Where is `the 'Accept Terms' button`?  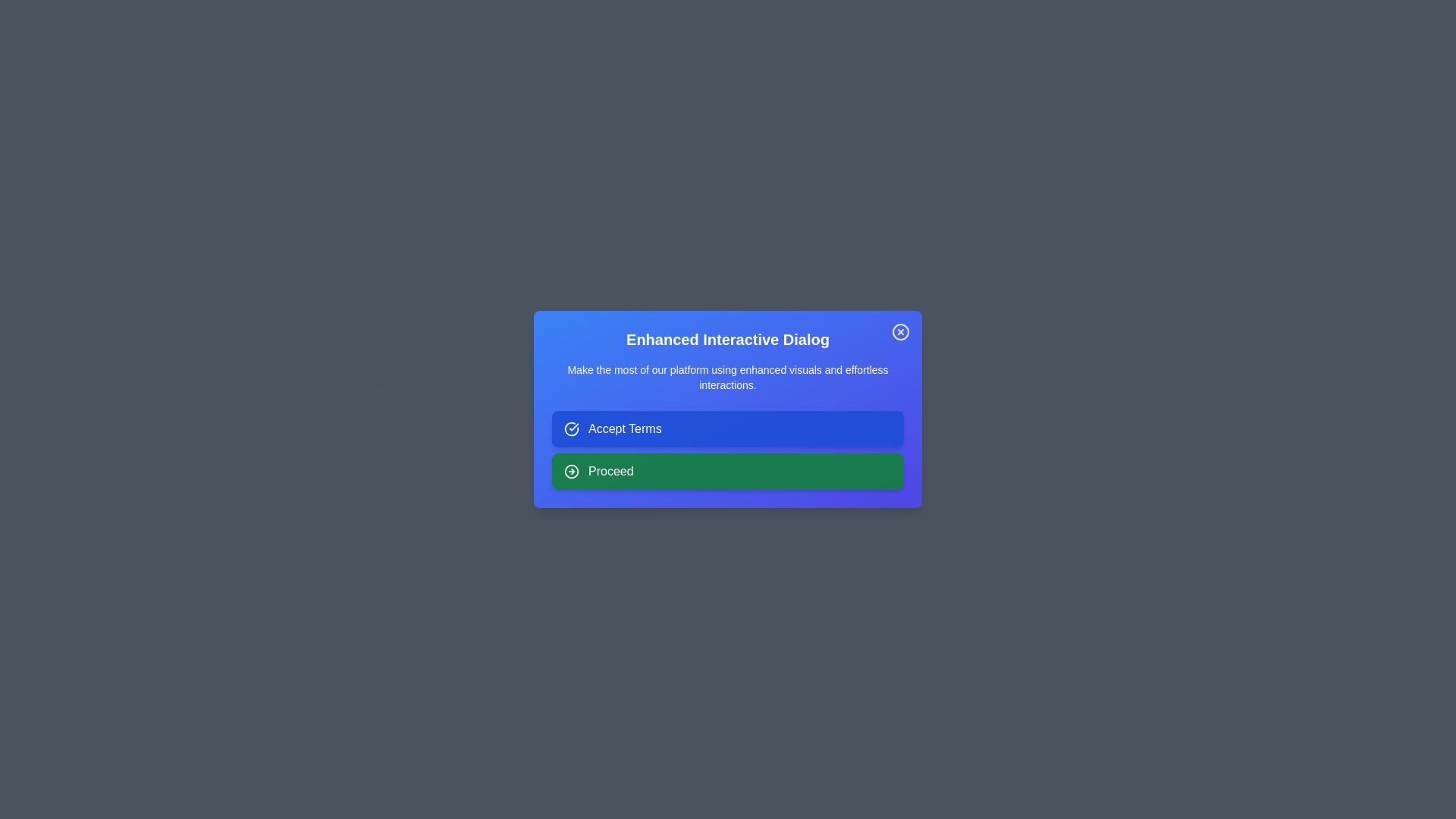
the 'Accept Terms' button is located at coordinates (728, 429).